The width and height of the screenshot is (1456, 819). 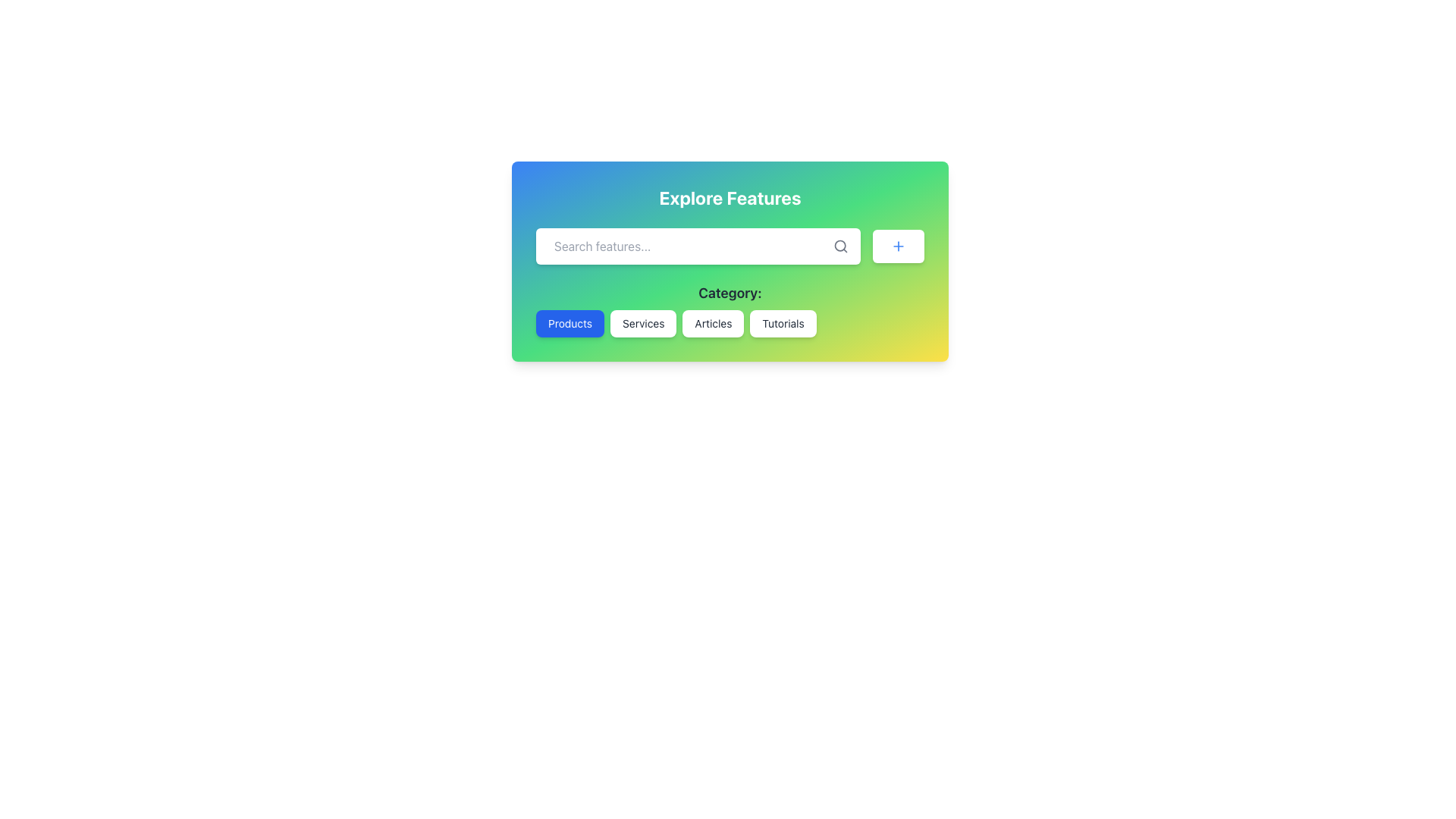 I want to click on the button with rounded corners featuring a white background and blue text, located on the right side of the search bar in the 'Explore Features' panel, so click(x=899, y=245).